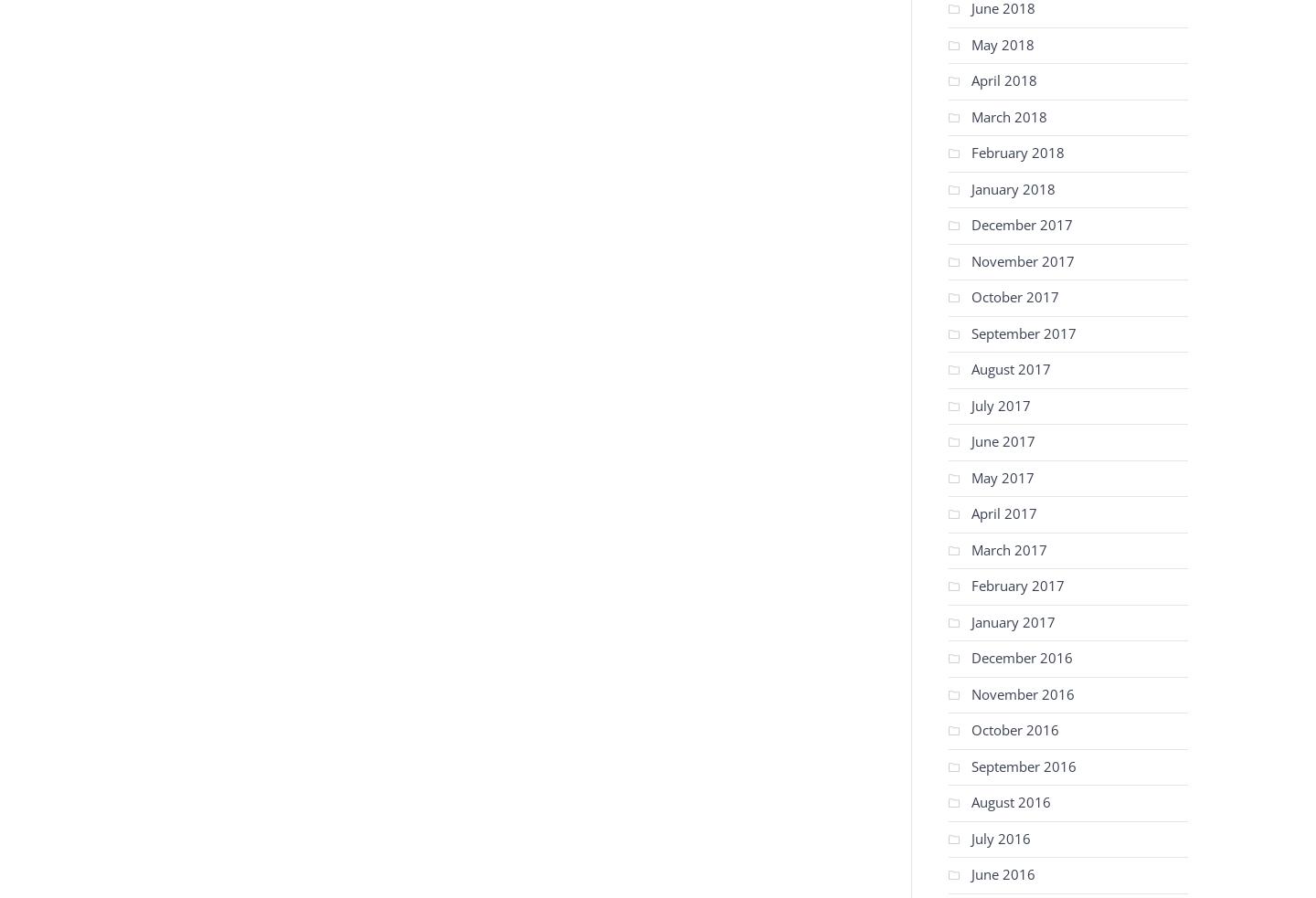 The image size is (1316, 898). I want to click on 'December 2017', so click(1021, 225).